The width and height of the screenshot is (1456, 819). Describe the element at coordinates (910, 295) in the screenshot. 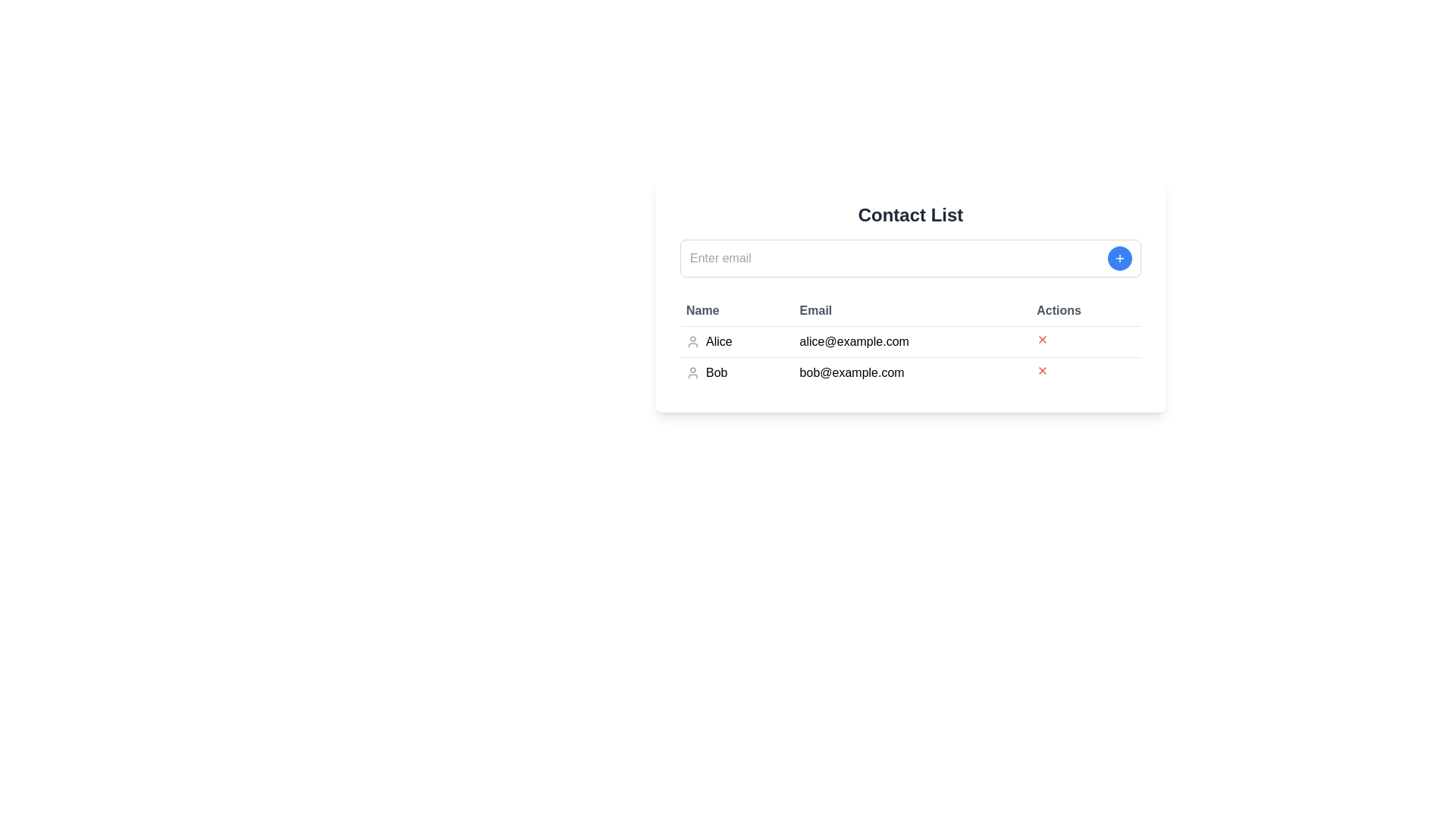

I see `the email entry in the contact information table section` at that location.